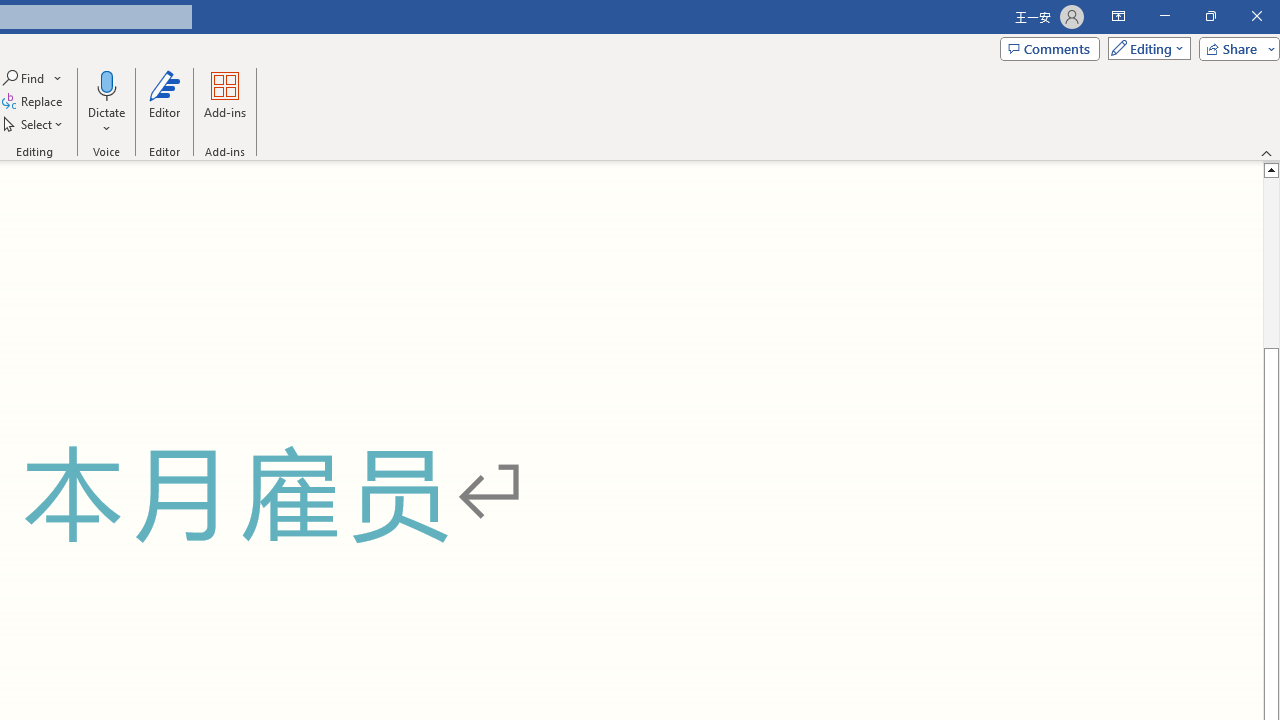 This screenshot has width=1280, height=720. I want to click on 'Dictate', so click(105, 103).